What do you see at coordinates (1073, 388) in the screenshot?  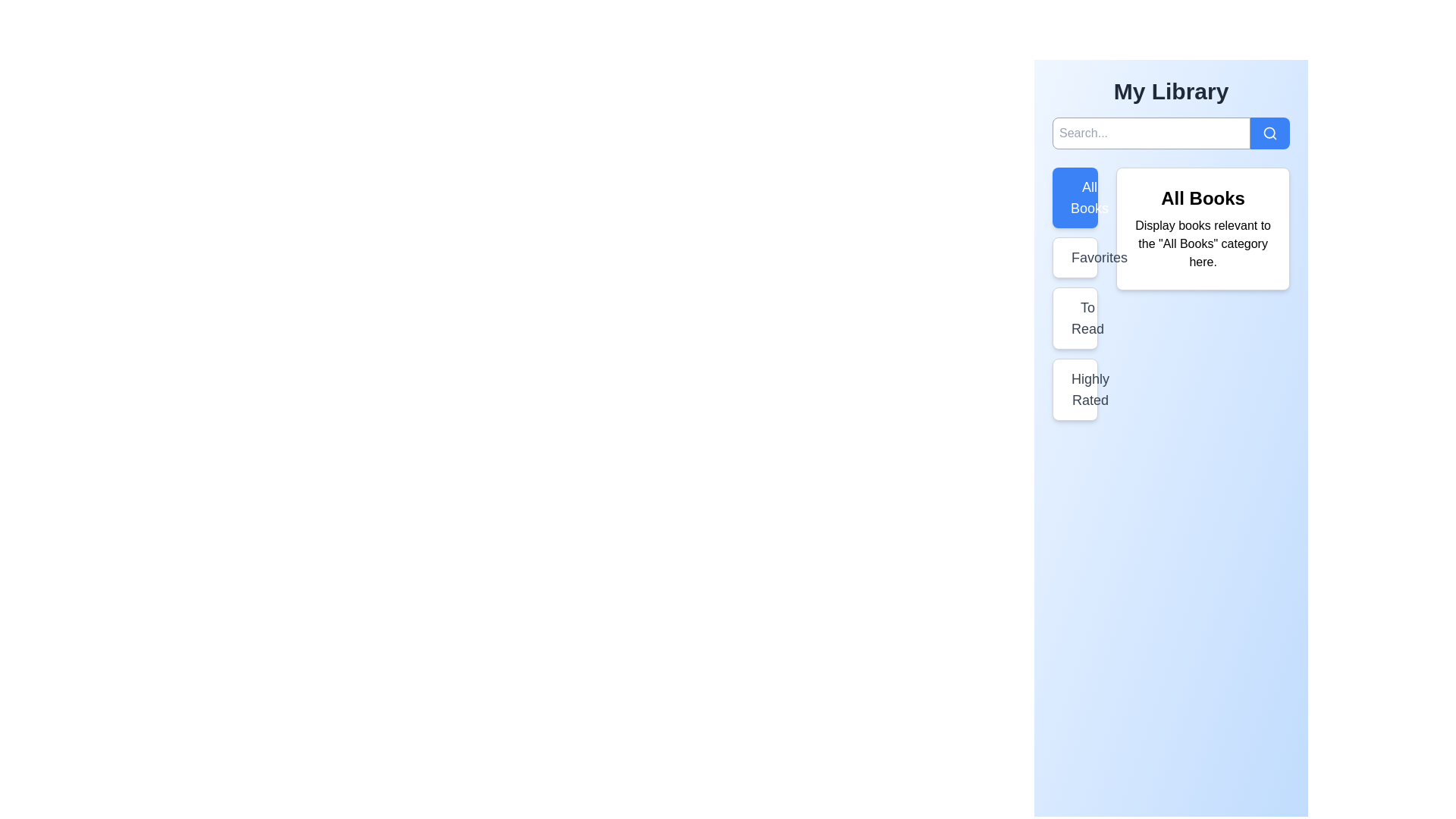 I see `the star icon representing the 'Highly Rated' category in the vertical menu` at bounding box center [1073, 388].